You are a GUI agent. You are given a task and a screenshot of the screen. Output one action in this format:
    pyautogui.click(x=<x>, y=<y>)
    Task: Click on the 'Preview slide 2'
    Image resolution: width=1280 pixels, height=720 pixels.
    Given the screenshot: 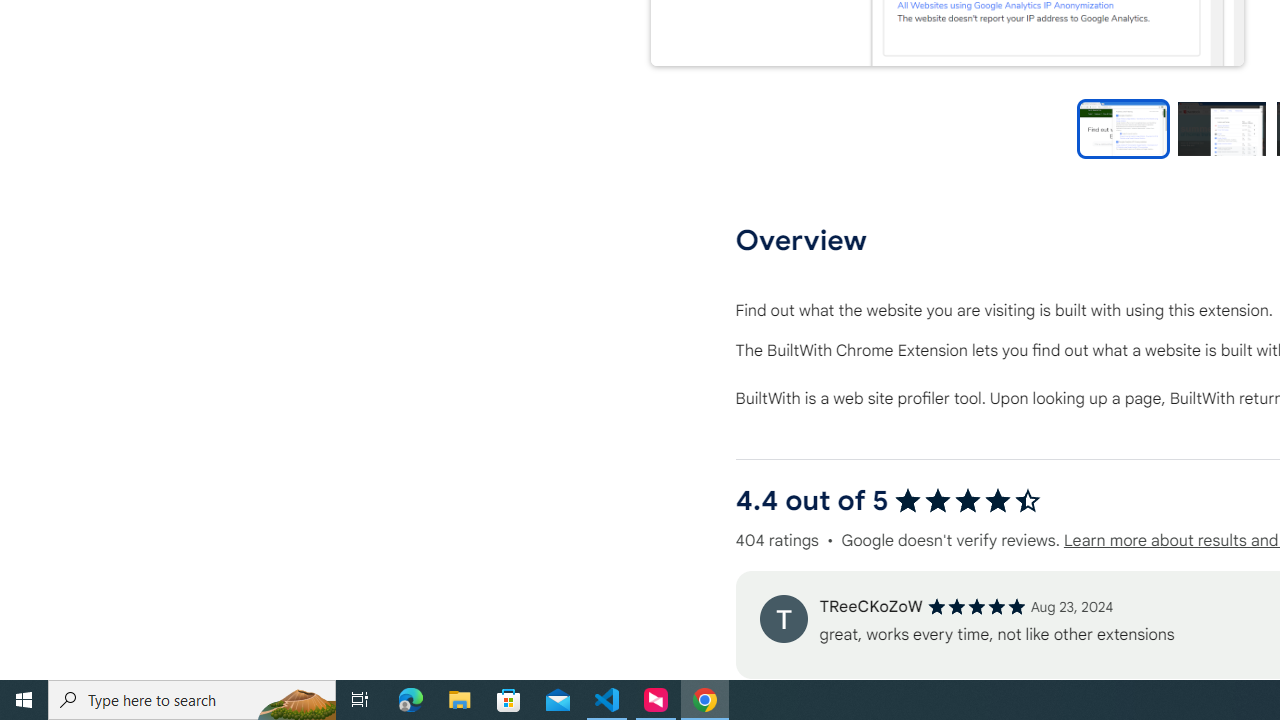 What is the action you would take?
    pyautogui.click(x=1220, y=128)
    